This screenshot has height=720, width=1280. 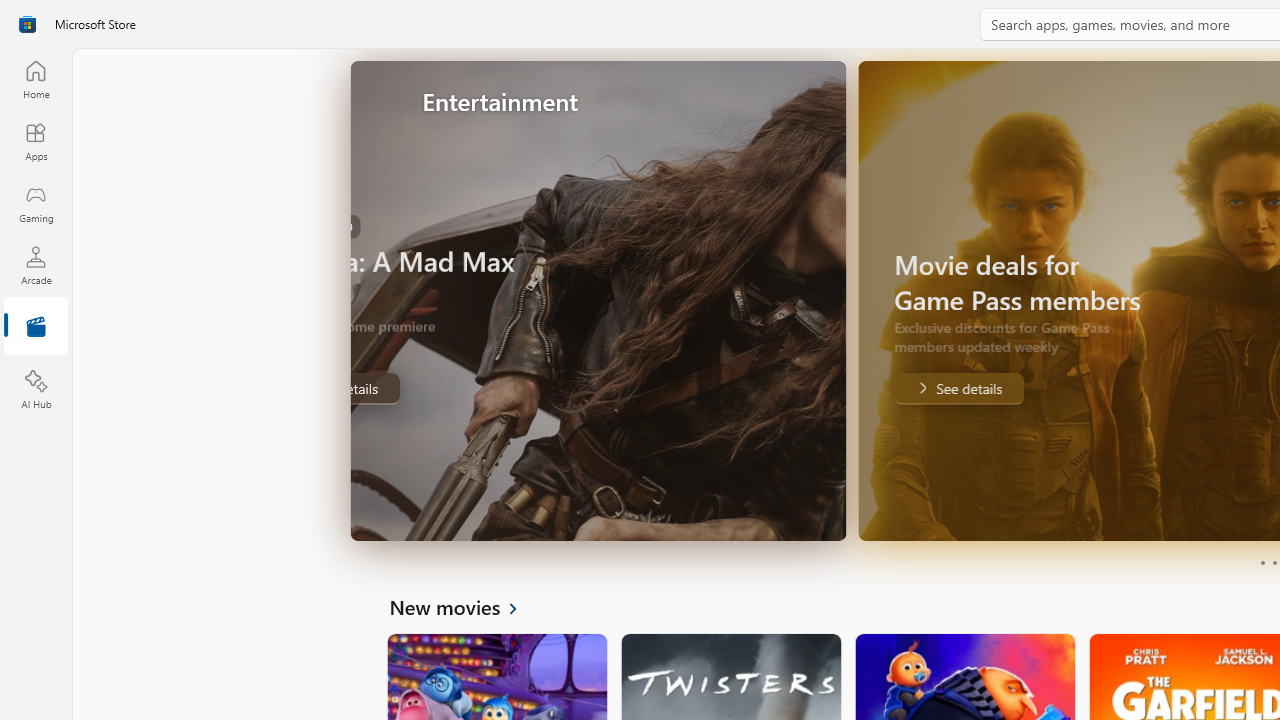 I want to click on 'See all  New movies', so click(x=464, y=605).